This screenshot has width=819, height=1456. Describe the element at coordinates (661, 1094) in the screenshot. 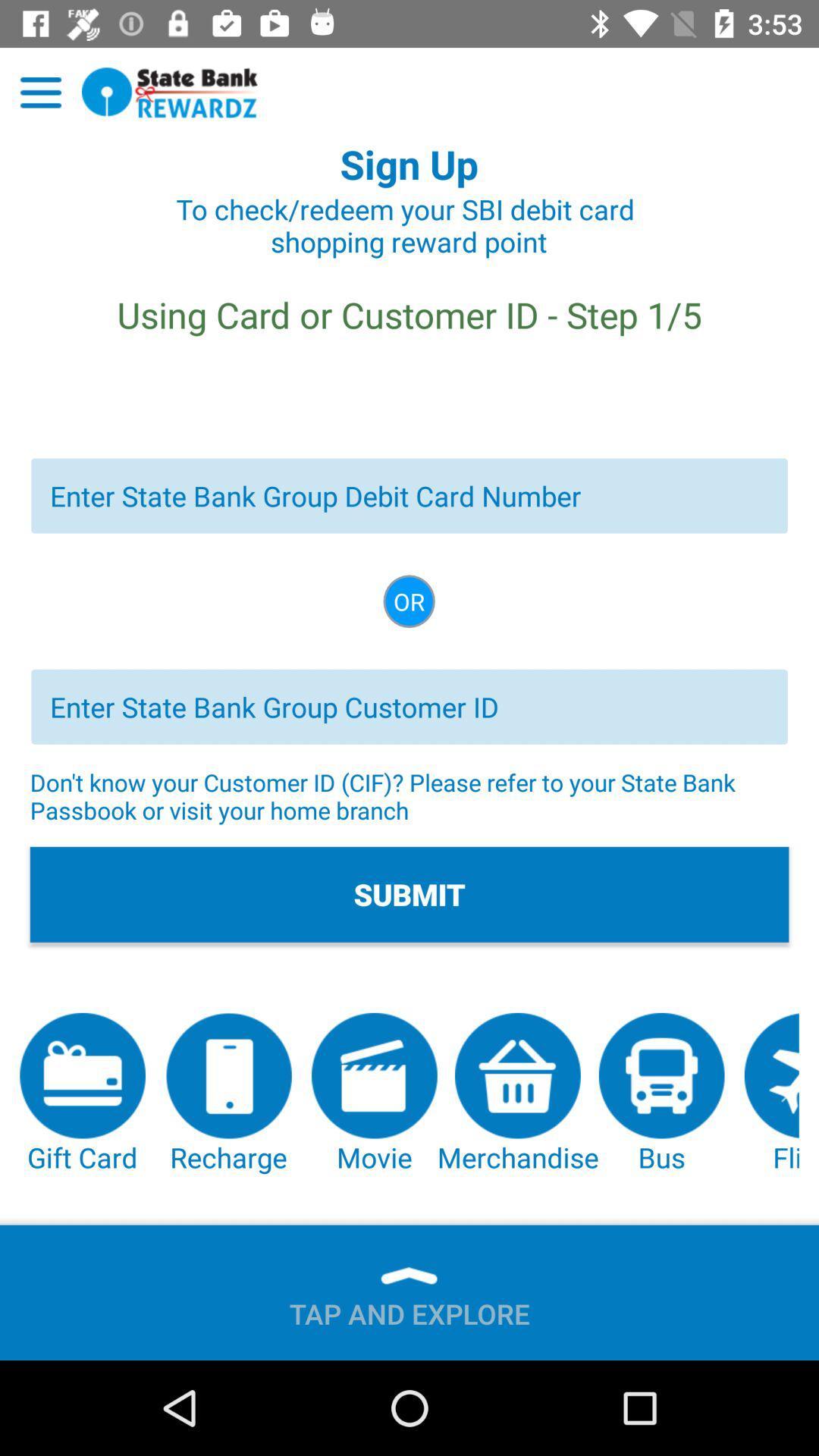

I see `the icon next to flight` at that location.